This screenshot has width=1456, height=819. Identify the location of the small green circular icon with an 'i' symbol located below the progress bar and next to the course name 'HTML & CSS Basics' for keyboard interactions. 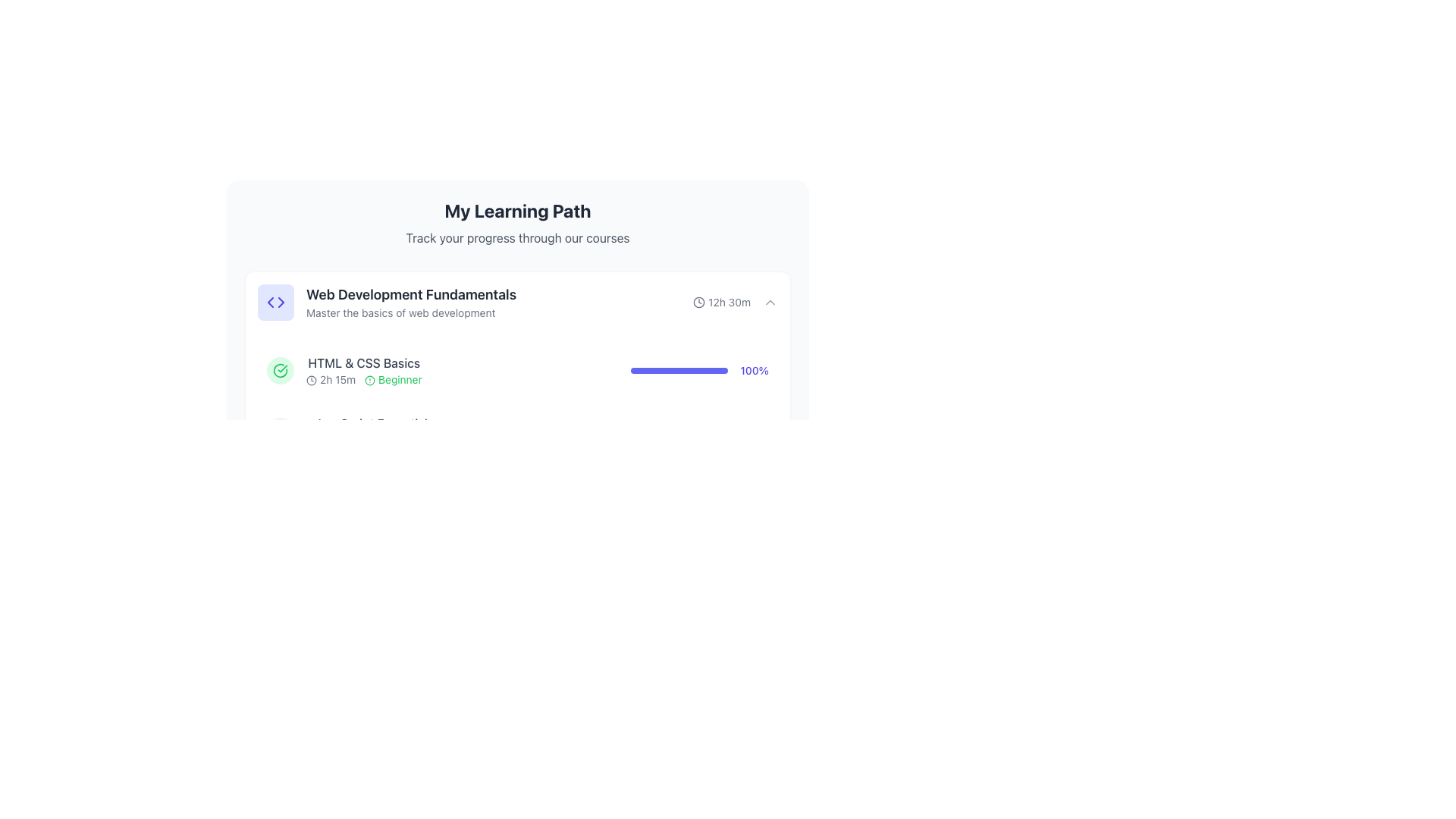
(372, 657).